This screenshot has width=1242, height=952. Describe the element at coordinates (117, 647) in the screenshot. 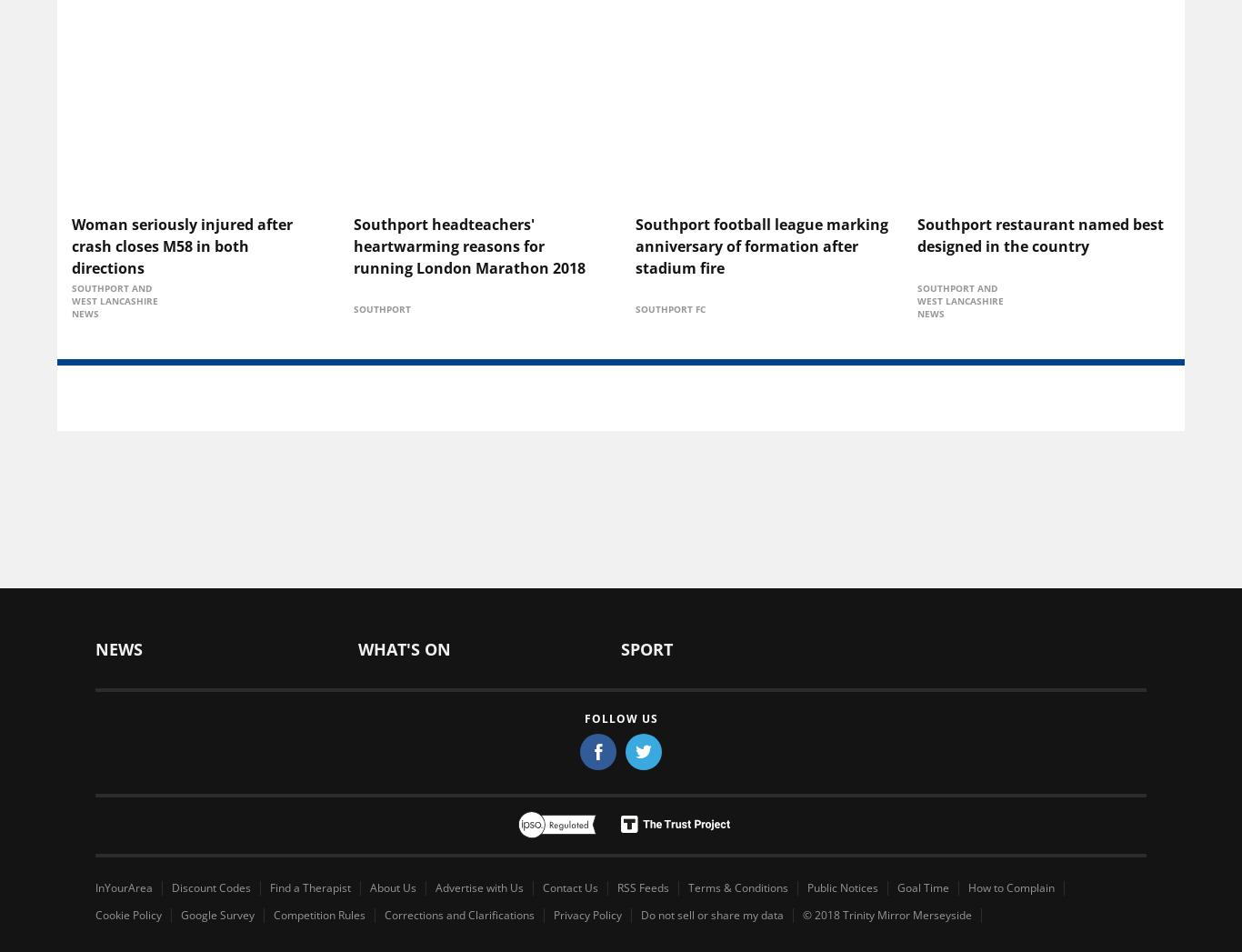

I see `'News'` at that location.